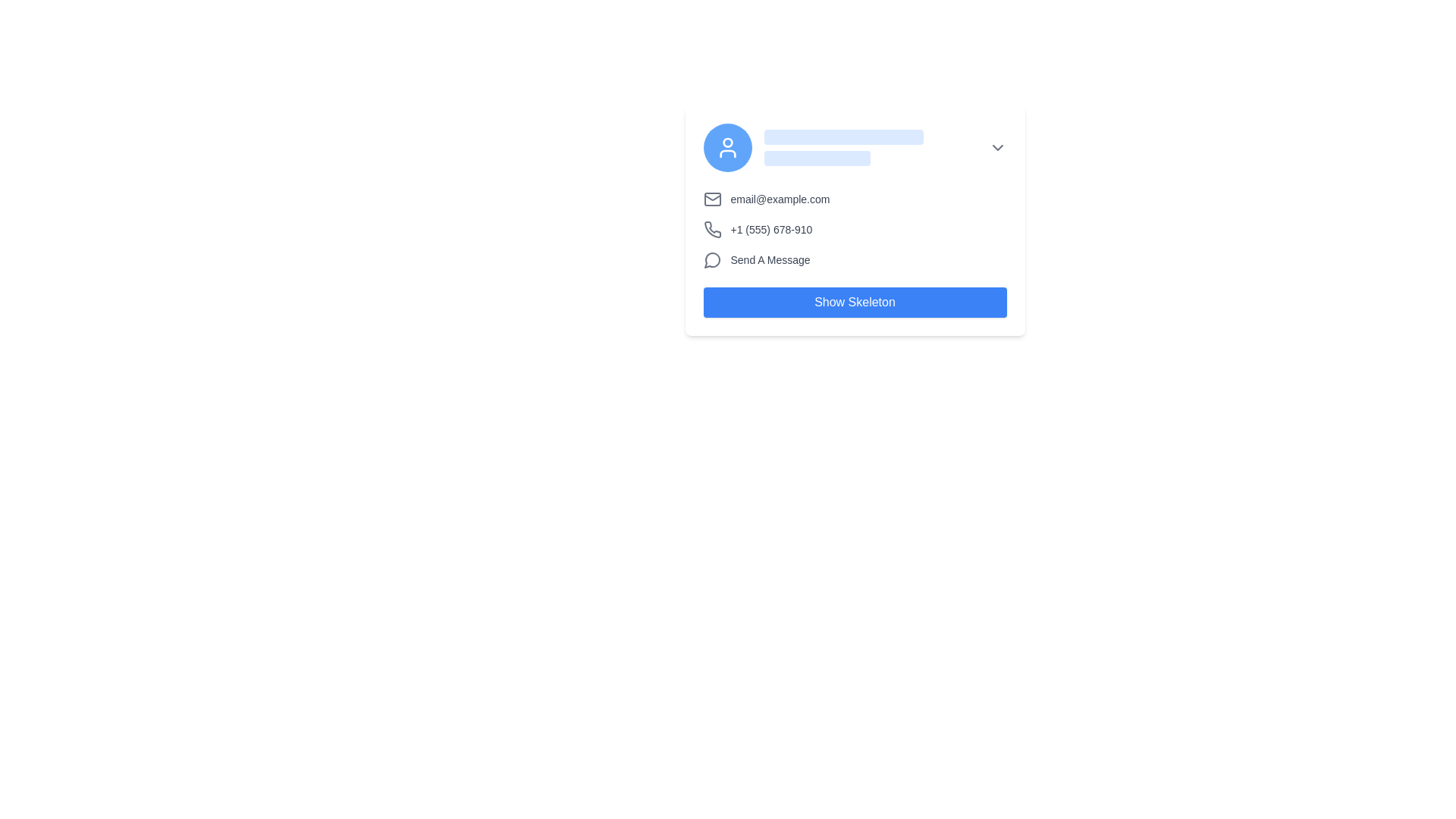 This screenshot has height=819, width=1456. Describe the element at coordinates (855, 302) in the screenshot. I see `the button at the bottom of the card component to observe its hover effect` at that location.